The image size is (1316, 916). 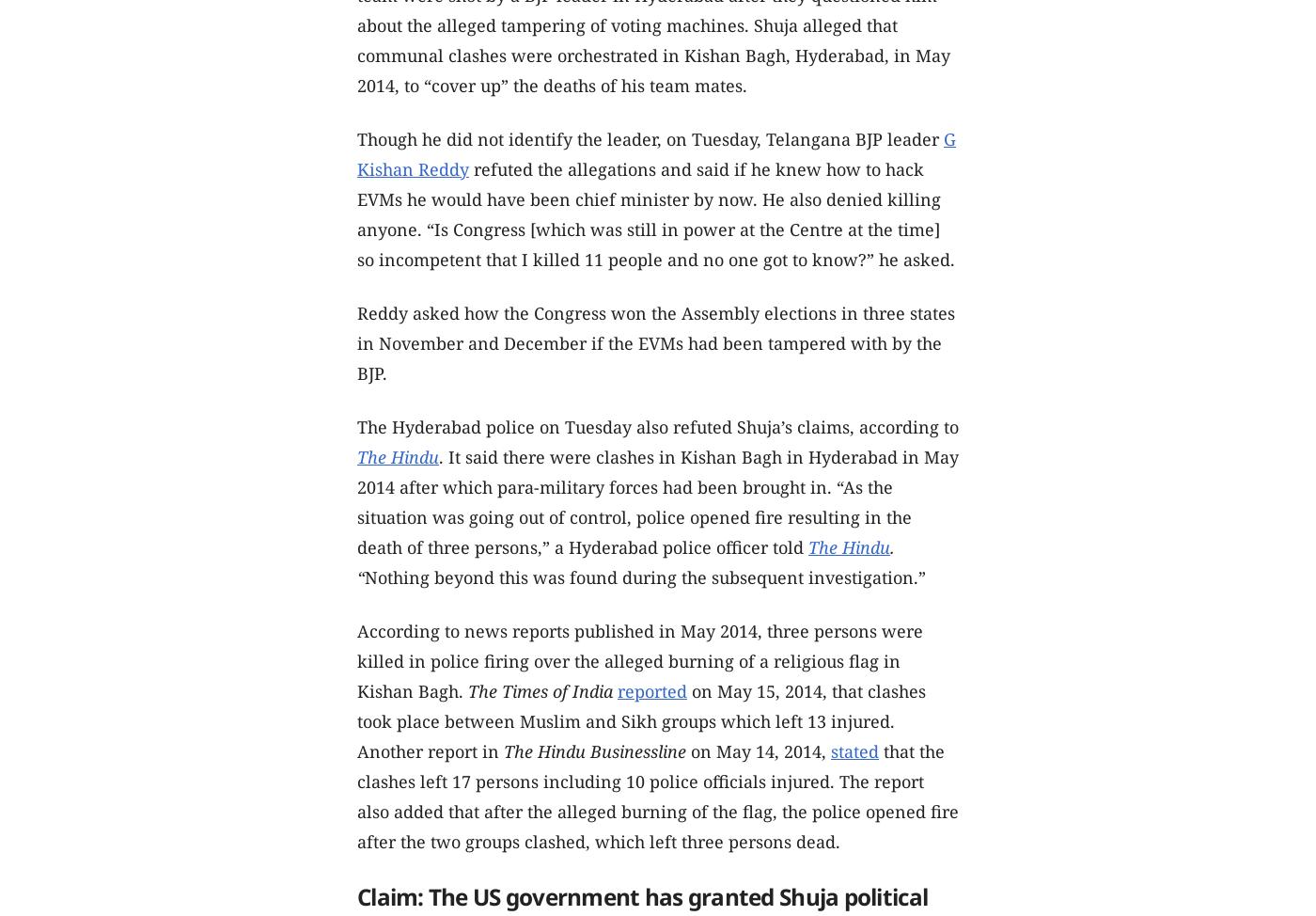 I want to click on '. It said there were clashes in Kishan Bagh in Hyderabad in May 2014 after which para-military forces had been brought in. “As the situation was going out of control, police opened fire resulting in the death of three persons,” a Hyderabad police officer told', so click(x=356, y=500).